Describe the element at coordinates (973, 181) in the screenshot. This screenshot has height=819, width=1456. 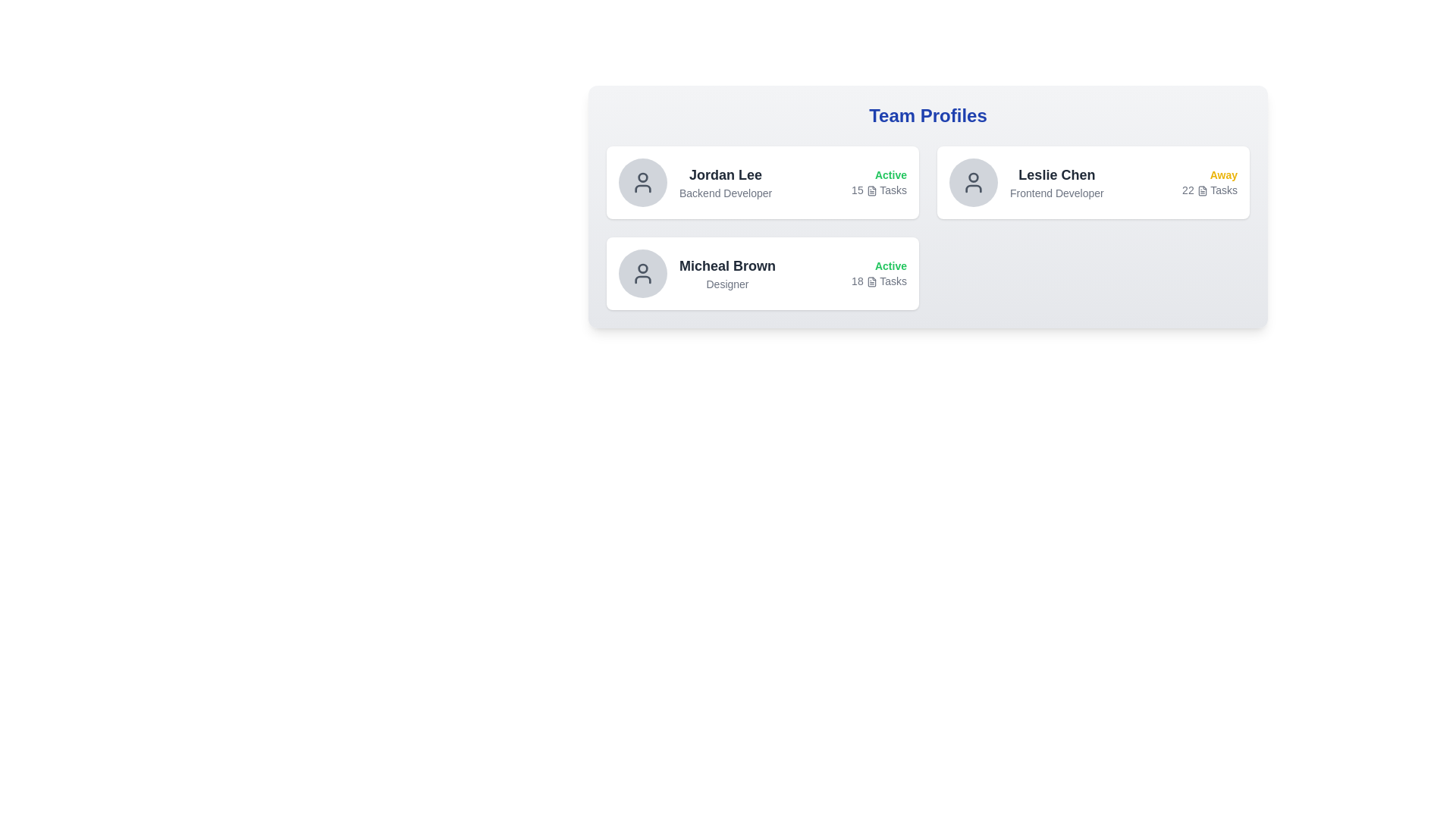
I see `the profile picture icon placeholder for Leslie Chen, located in the Team Profiles section` at that location.